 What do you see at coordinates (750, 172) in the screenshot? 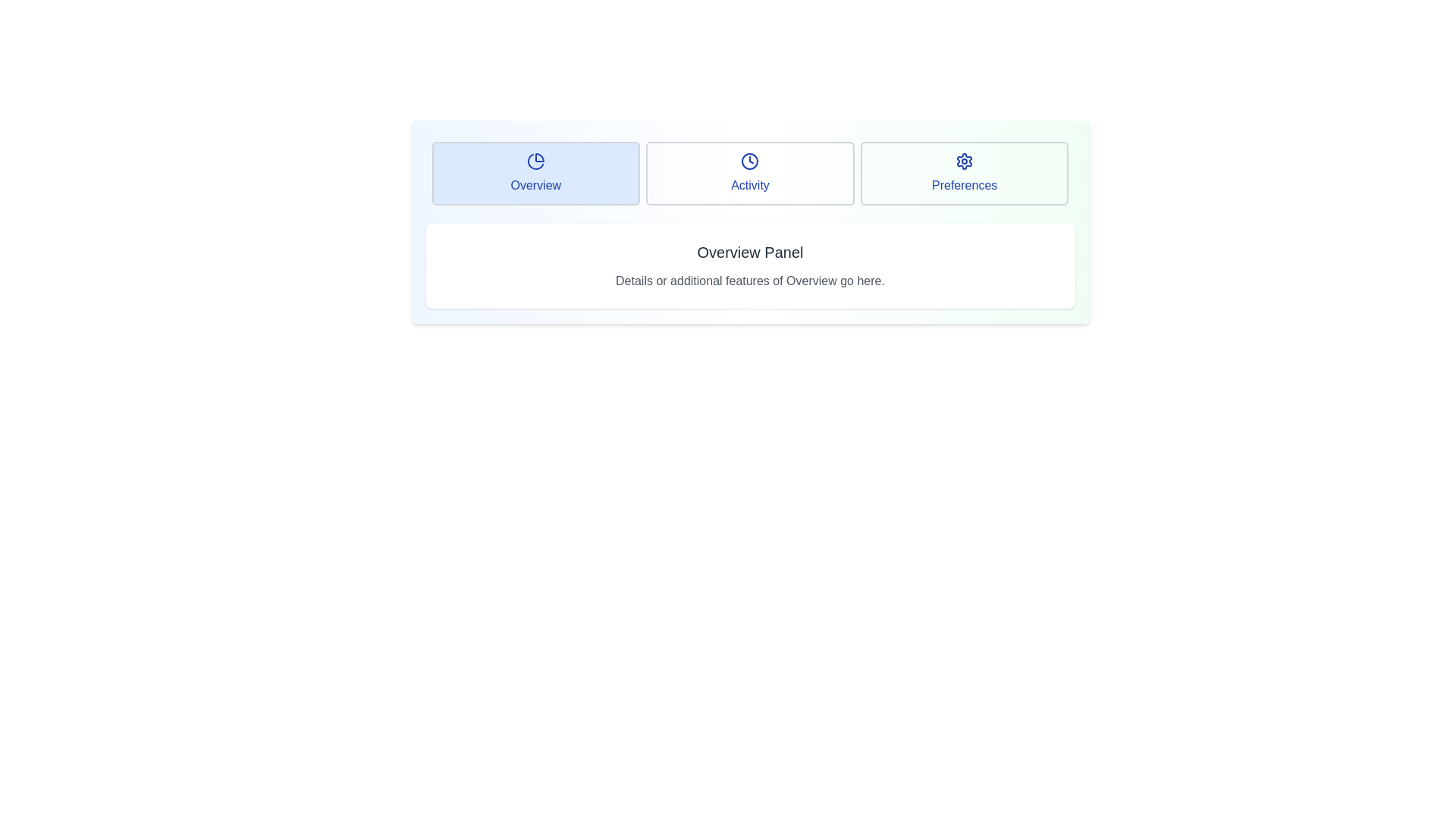
I see `the tab labeled Activity to view its content` at bounding box center [750, 172].